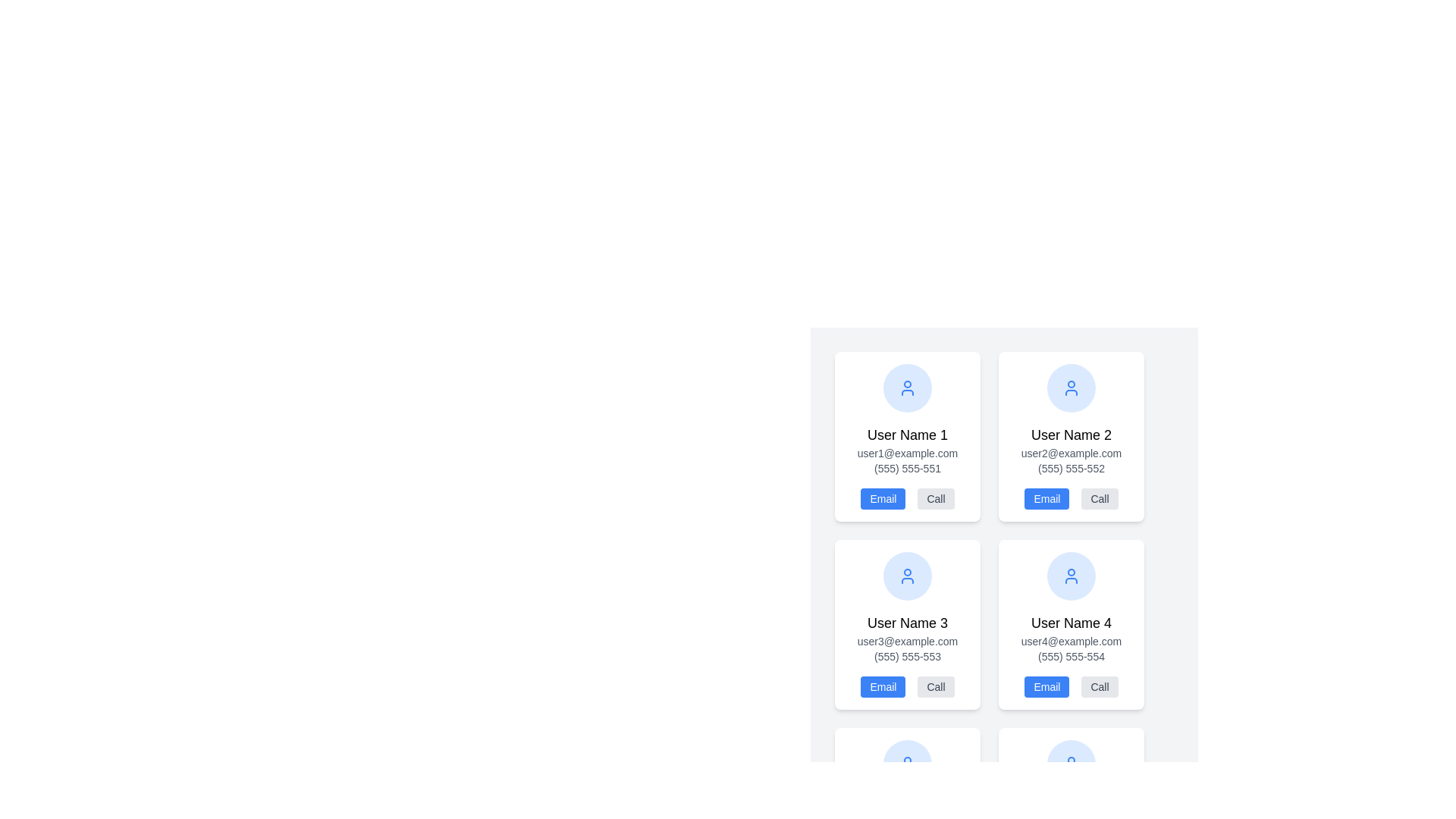  What do you see at coordinates (1070, 625) in the screenshot?
I see `the user information card located in the second row and second column of the grid` at bounding box center [1070, 625].